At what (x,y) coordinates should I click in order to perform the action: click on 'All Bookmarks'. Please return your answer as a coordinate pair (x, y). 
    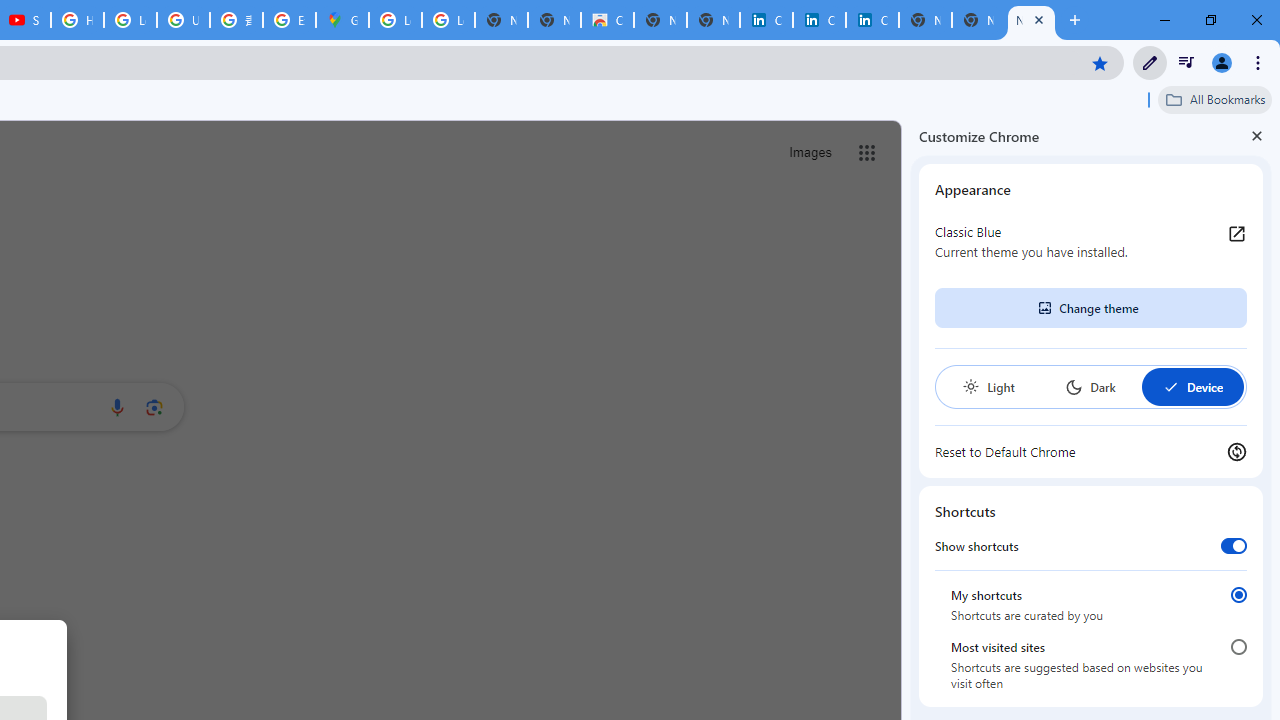
    Looking at the image, I should click on (1214, 99).